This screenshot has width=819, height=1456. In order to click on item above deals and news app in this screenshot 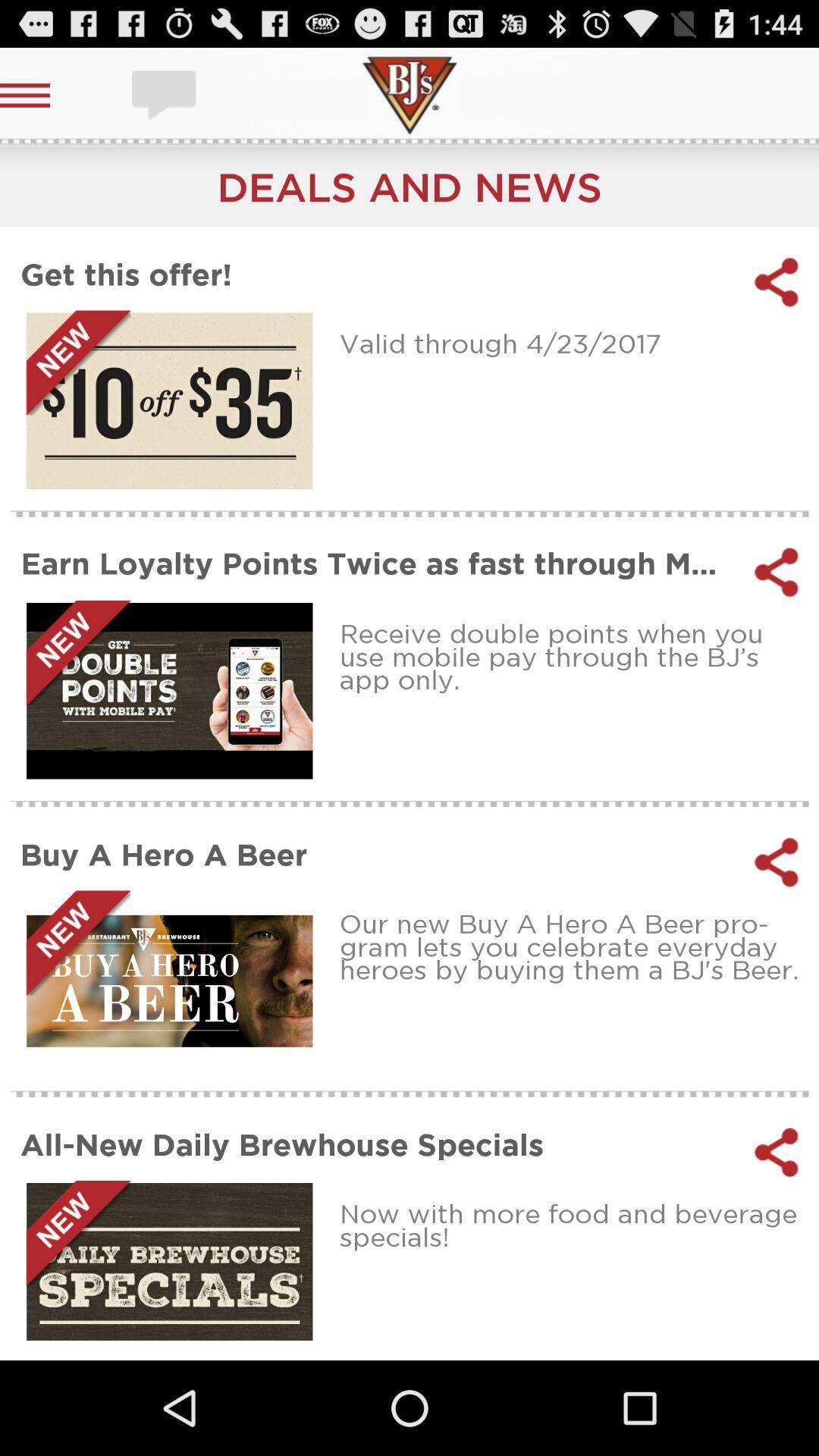, I will do `click(165, 94)`.